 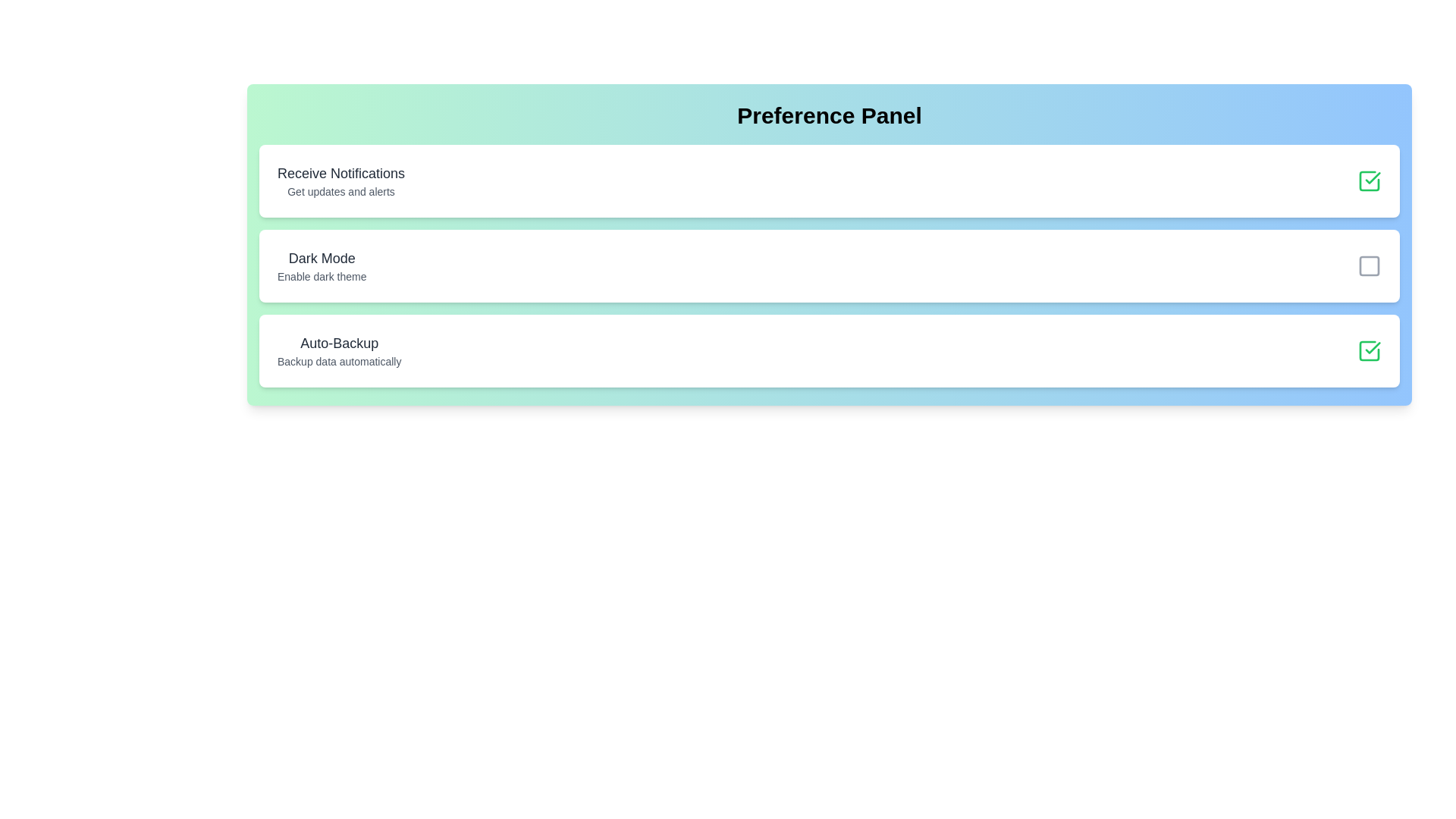 I want to click on the text label that serves as a title for the preference setting in the 'Preference Panel', positioned above the 'Enable dark theme' text, so click(x=321, y=257).